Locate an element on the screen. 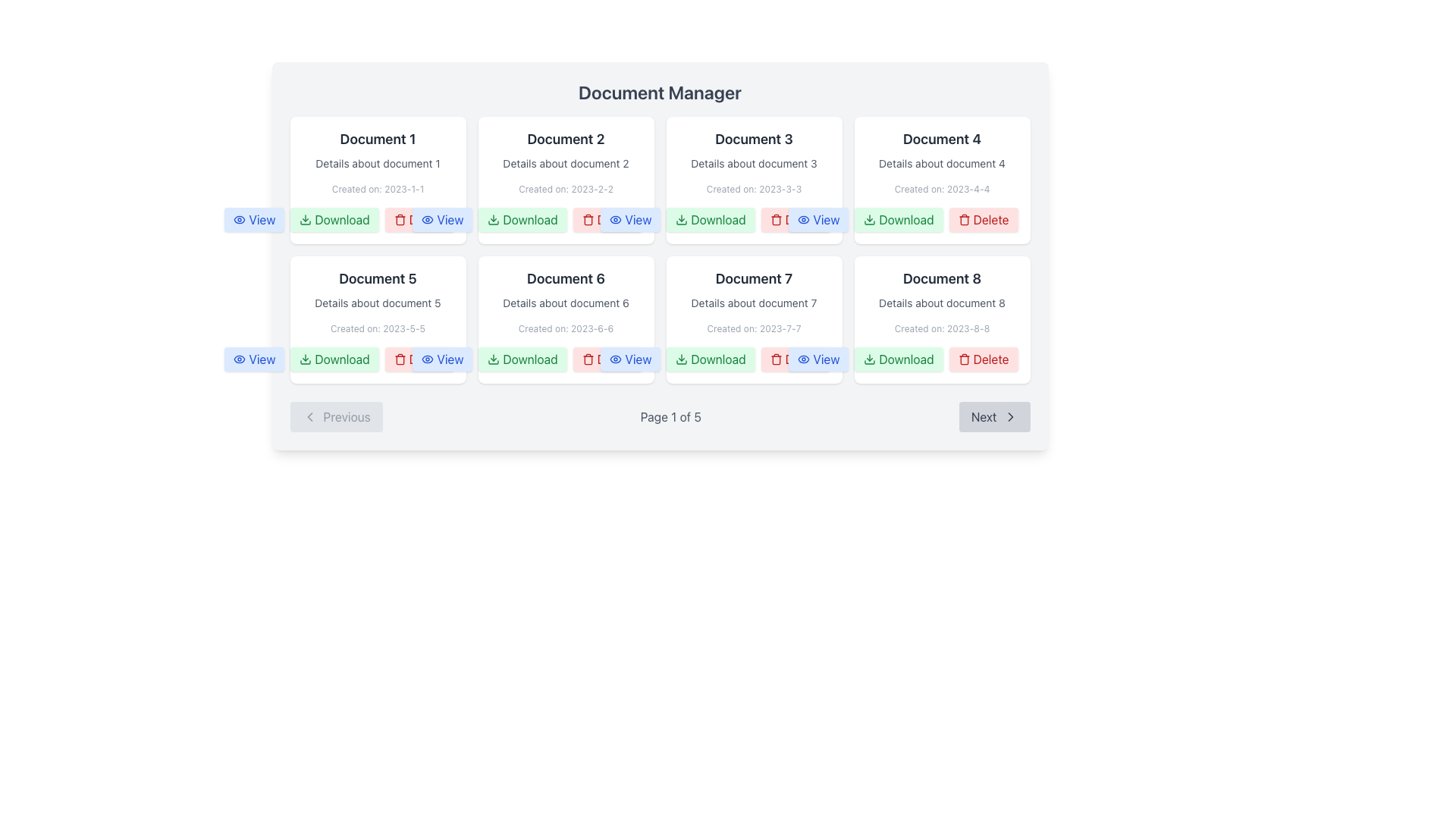  the green 'Download' icon for 'Document 2' located in the top row, second column of the grid is located at coordinates (494, 219).